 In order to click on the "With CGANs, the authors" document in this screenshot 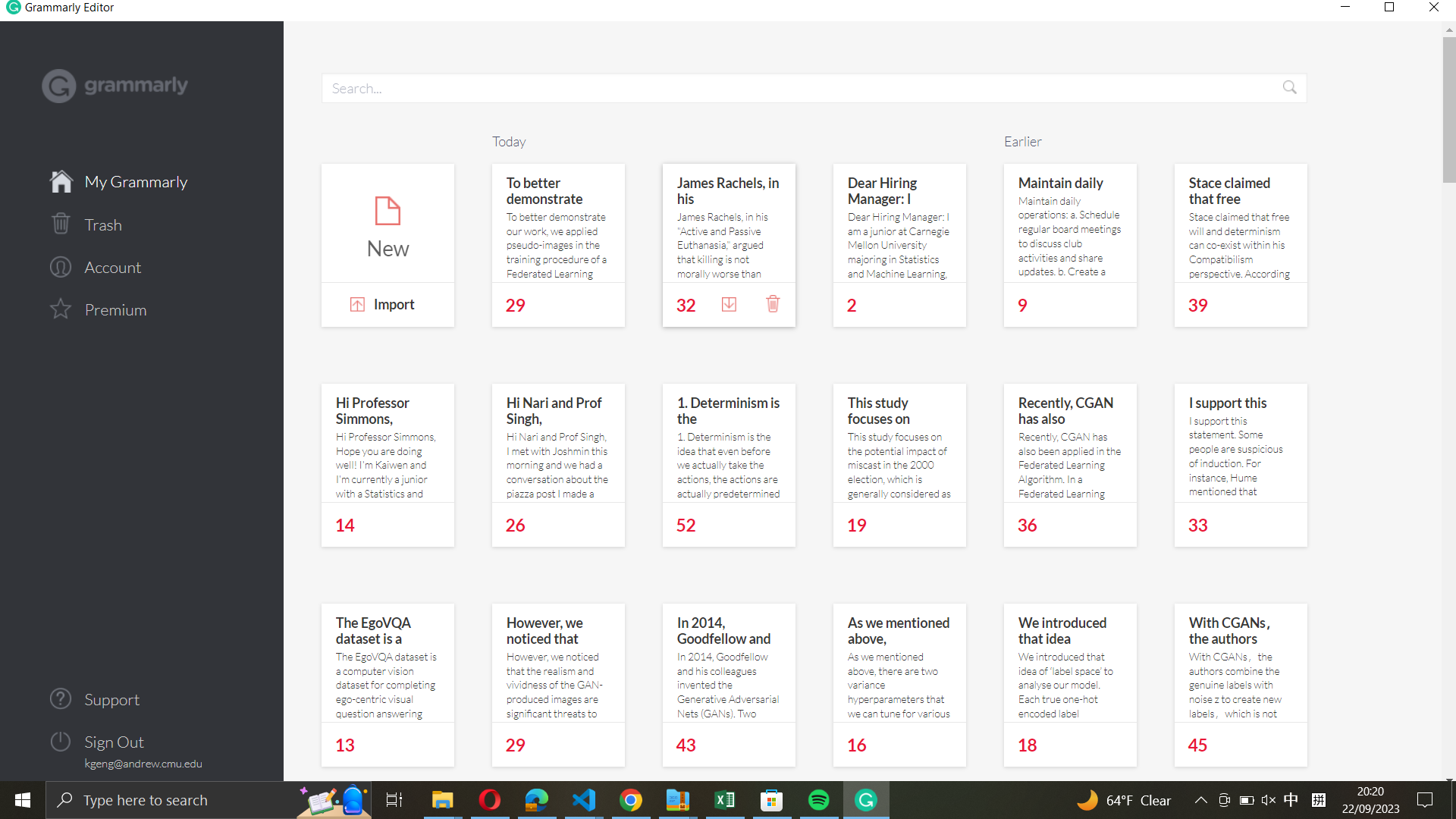, I will do `click(1241, 661)`.